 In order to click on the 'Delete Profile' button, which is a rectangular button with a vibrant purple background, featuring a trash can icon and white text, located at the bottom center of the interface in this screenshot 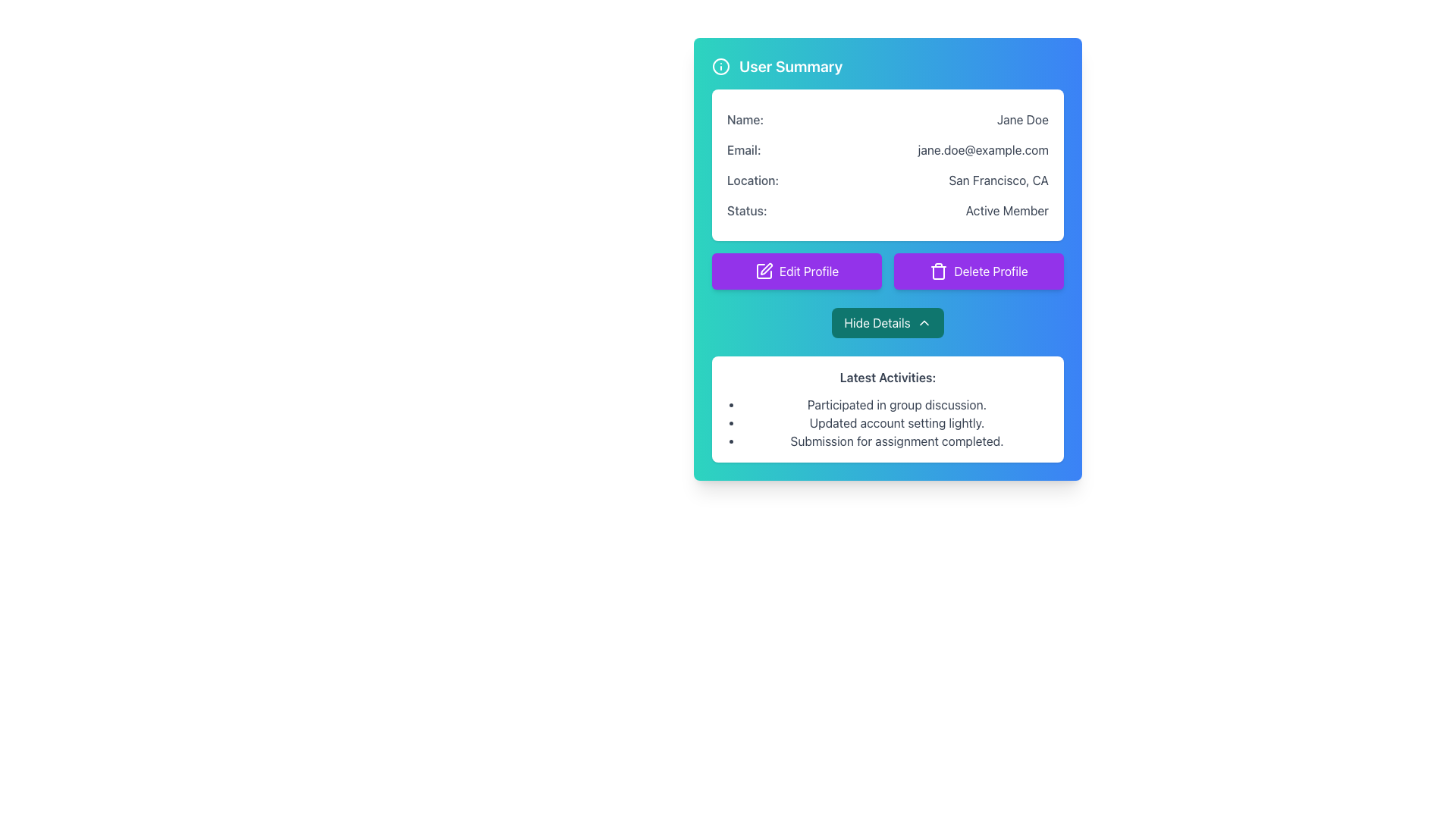, I will do `click(979, 271)`.